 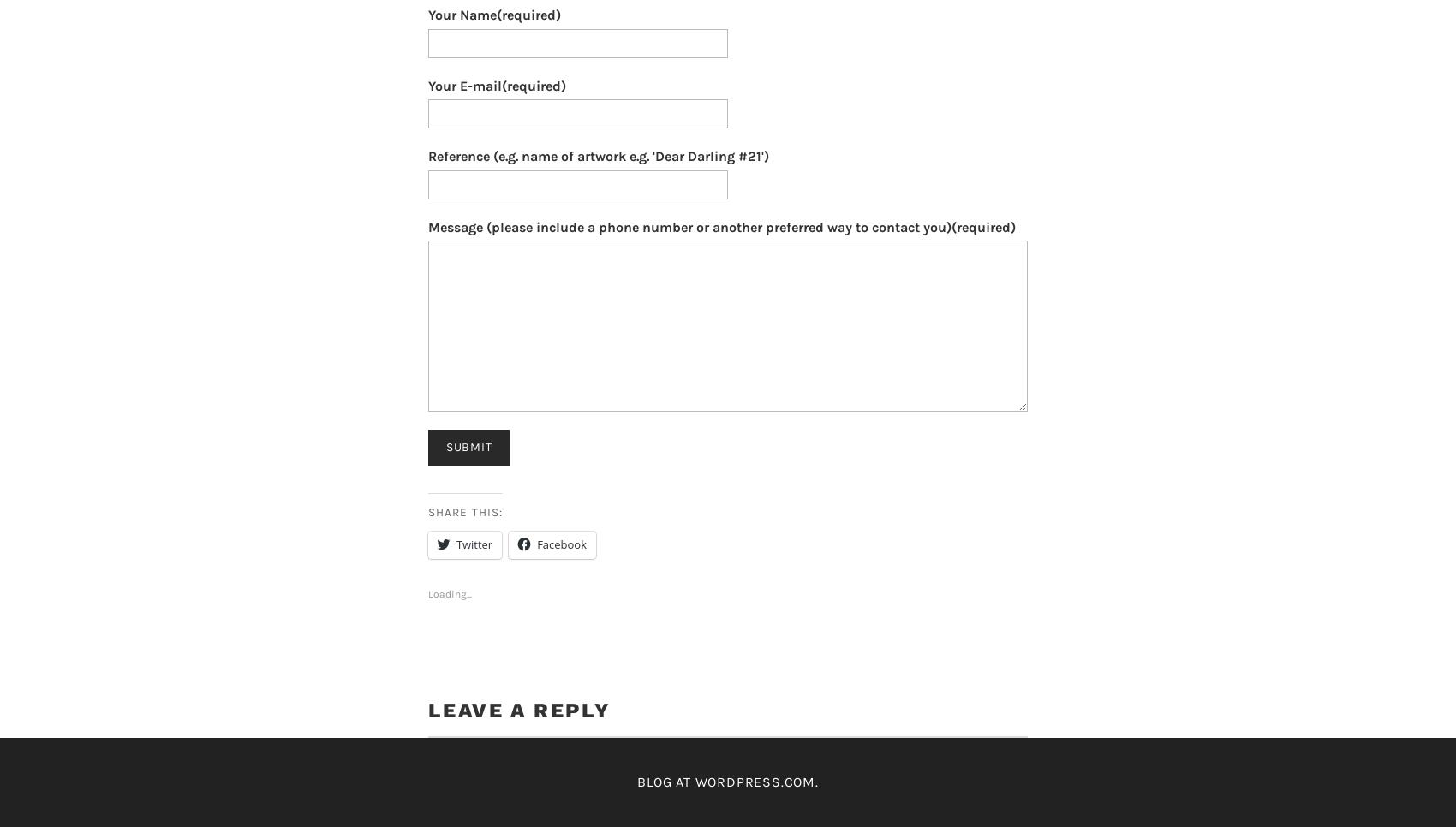 I want to click on 'Message (please include a phone number or another preferred way to contact you)', so click(x=427, y=226).